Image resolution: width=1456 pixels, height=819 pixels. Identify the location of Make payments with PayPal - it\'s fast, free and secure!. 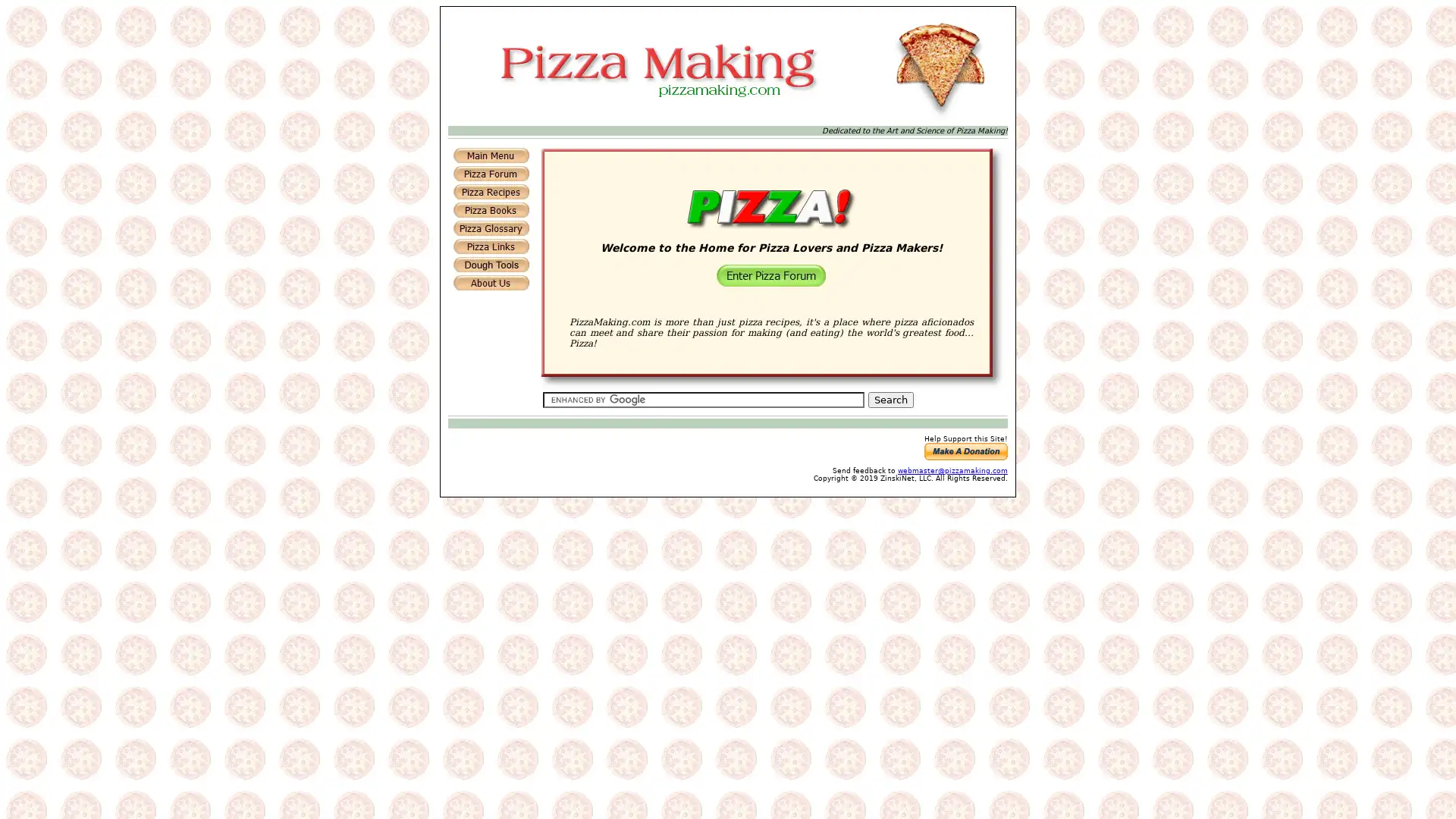
(965, 450).